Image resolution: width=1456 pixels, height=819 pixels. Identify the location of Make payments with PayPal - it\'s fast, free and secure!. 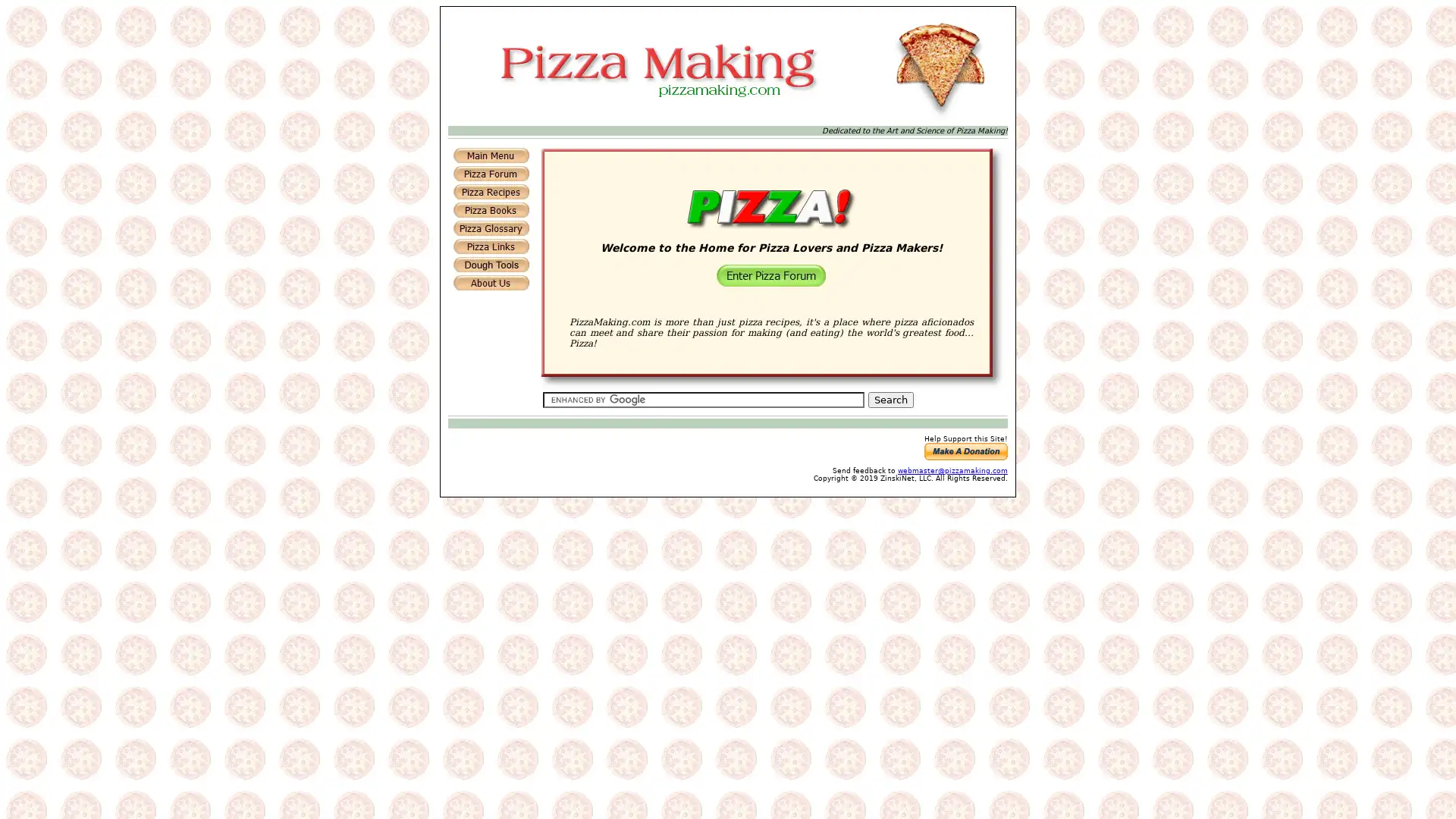
(965, 450).